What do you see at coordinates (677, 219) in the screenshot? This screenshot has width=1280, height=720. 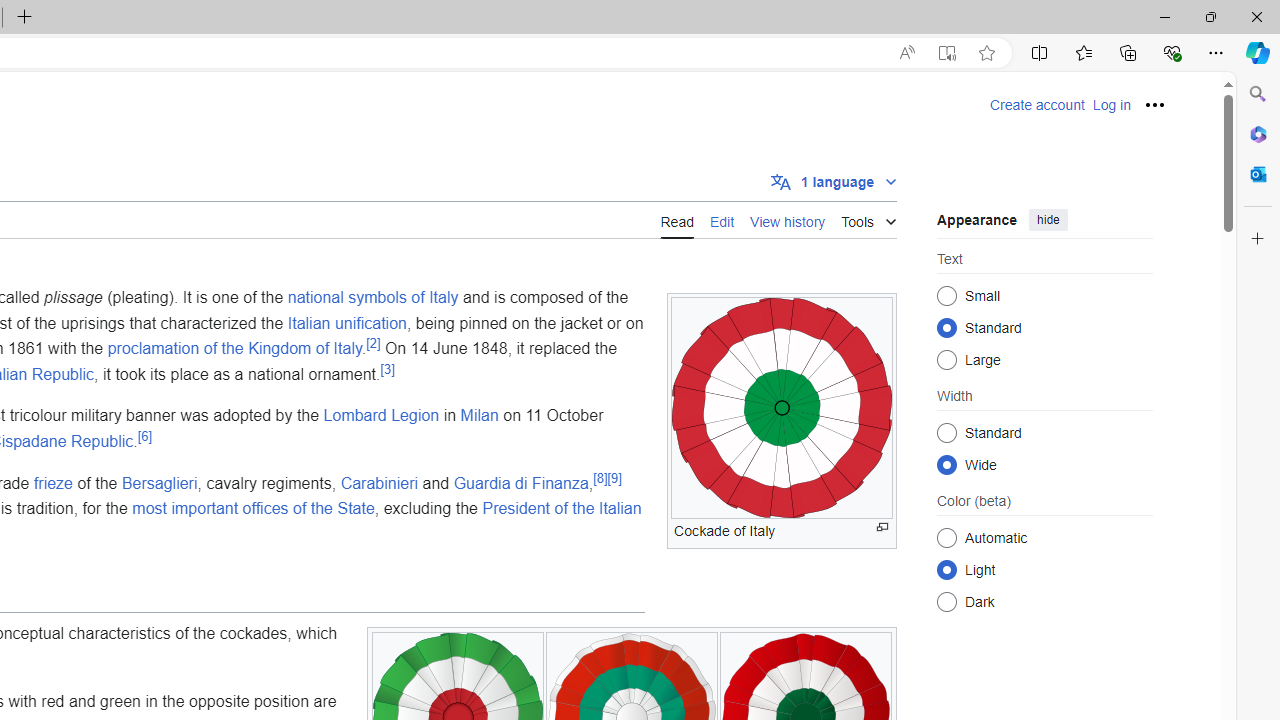 I see `'Read'` at bounding box center [677, 219].